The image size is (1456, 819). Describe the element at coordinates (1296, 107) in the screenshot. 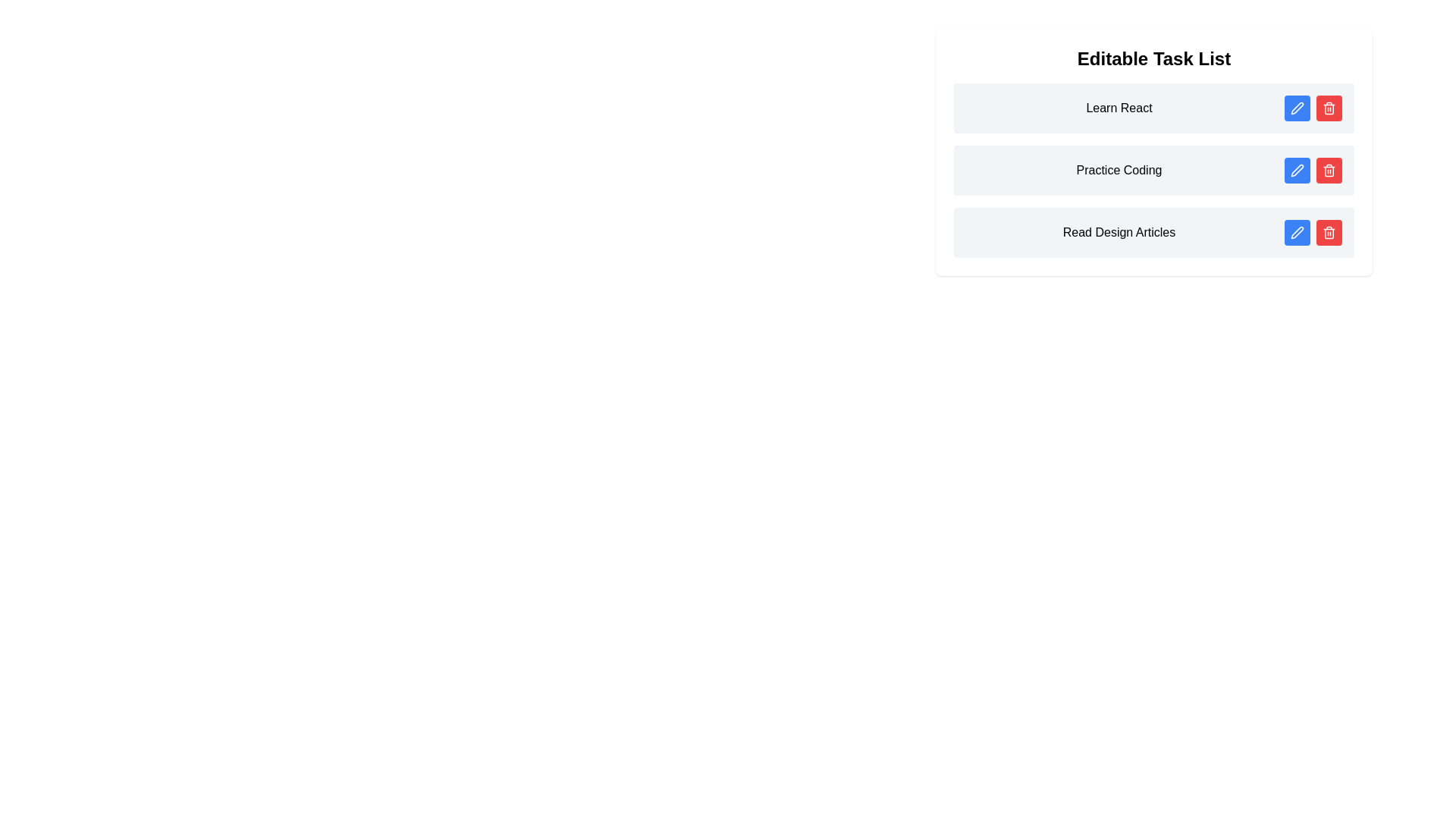

I see `the edit icon located within the blue rounded rectangular button next to the 'Learn React' task entry` at that location.